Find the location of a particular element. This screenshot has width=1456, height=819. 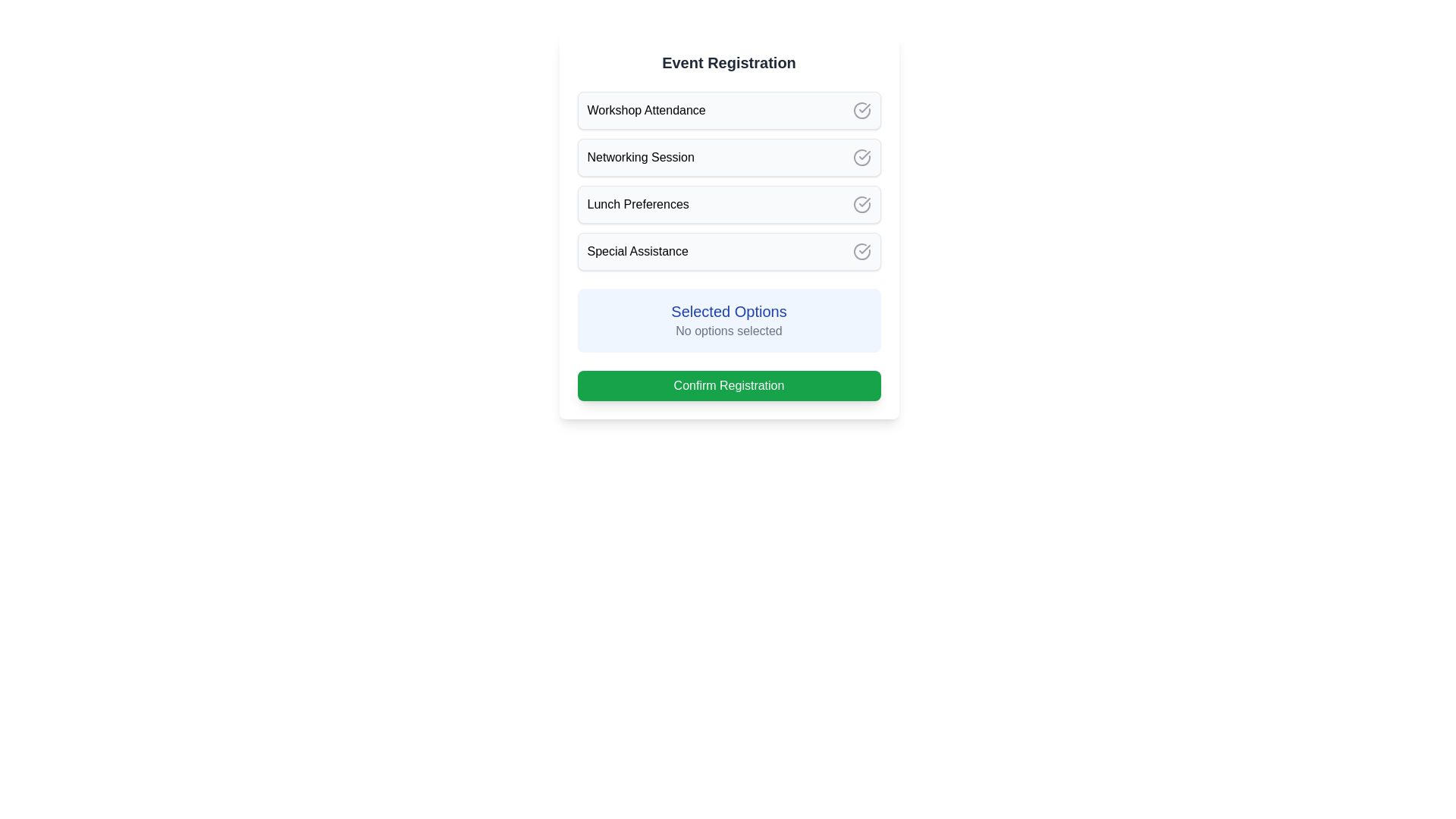

the Checkbox icon adjacent to the 'Workshop Attendance' label is located at coordinates (861, 110).